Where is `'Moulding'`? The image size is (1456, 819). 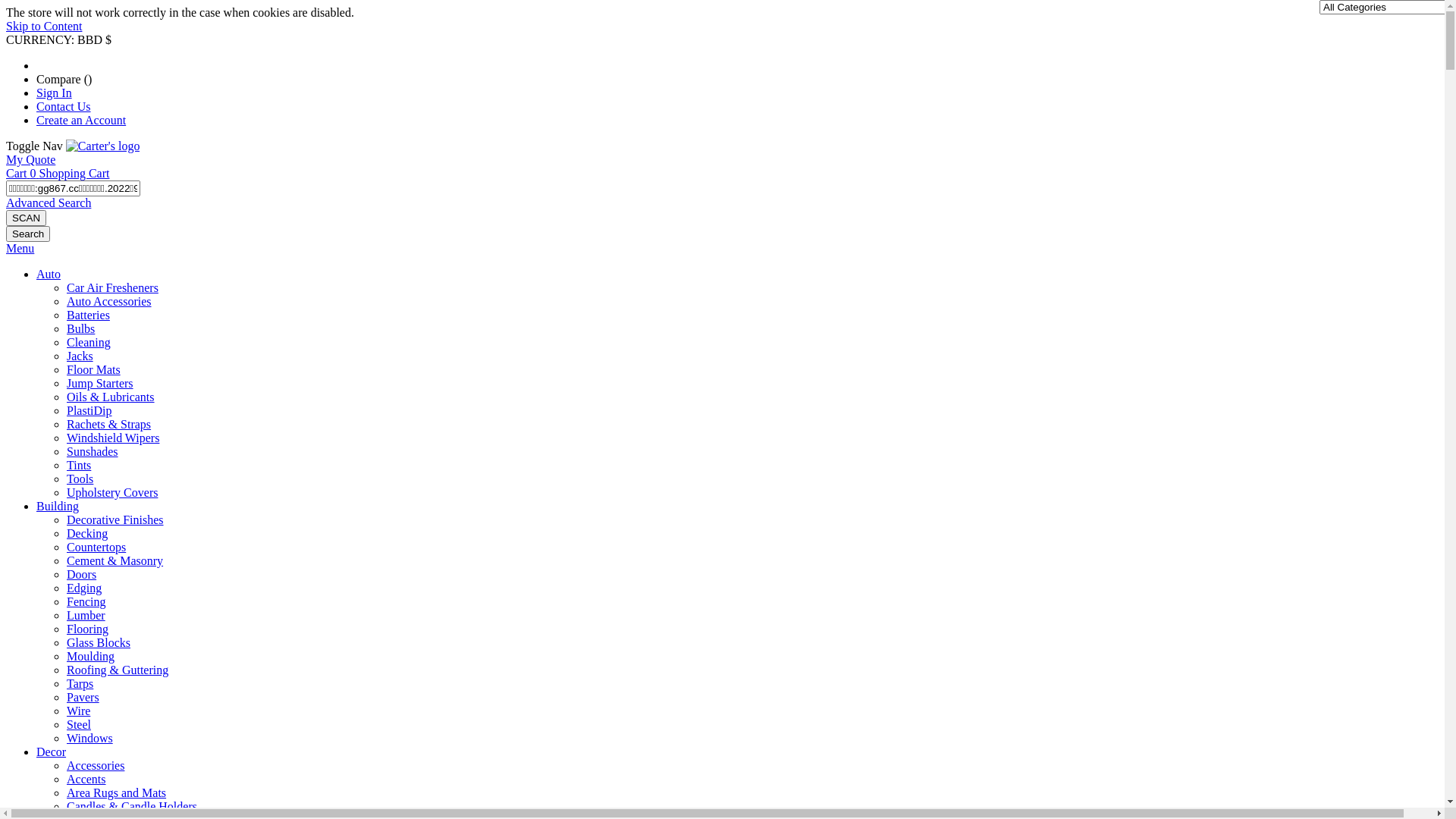
'Moulding' is located at coordinates (89, 655).